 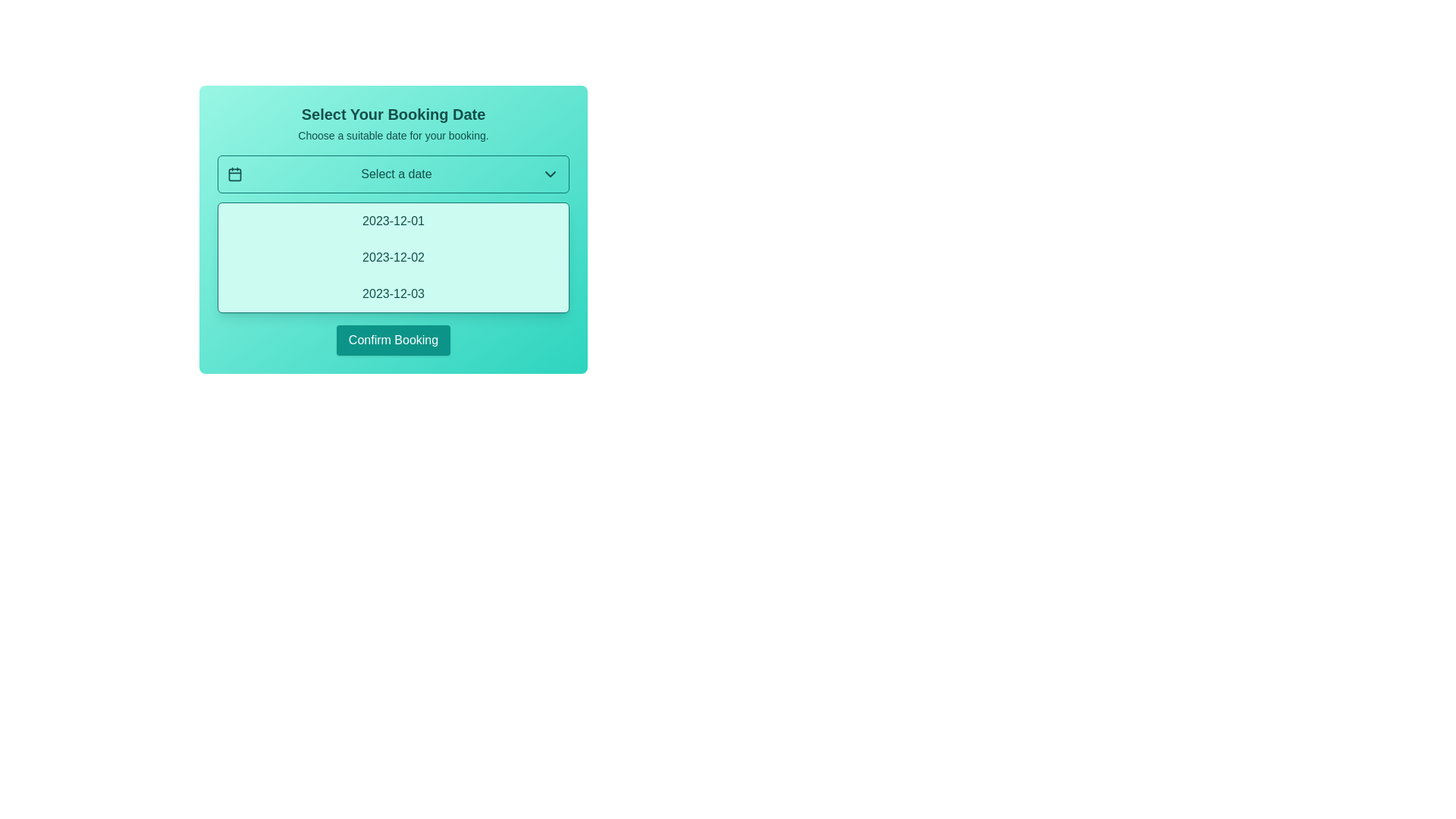 What do you see at coordinates (393, 294) in the screenshot?
I see `the text label displaying '2023-12-03' which is the third item in a list of date options in a dropdown under the header 'Select Your Booking Date'` at bounding box center [393, 294].